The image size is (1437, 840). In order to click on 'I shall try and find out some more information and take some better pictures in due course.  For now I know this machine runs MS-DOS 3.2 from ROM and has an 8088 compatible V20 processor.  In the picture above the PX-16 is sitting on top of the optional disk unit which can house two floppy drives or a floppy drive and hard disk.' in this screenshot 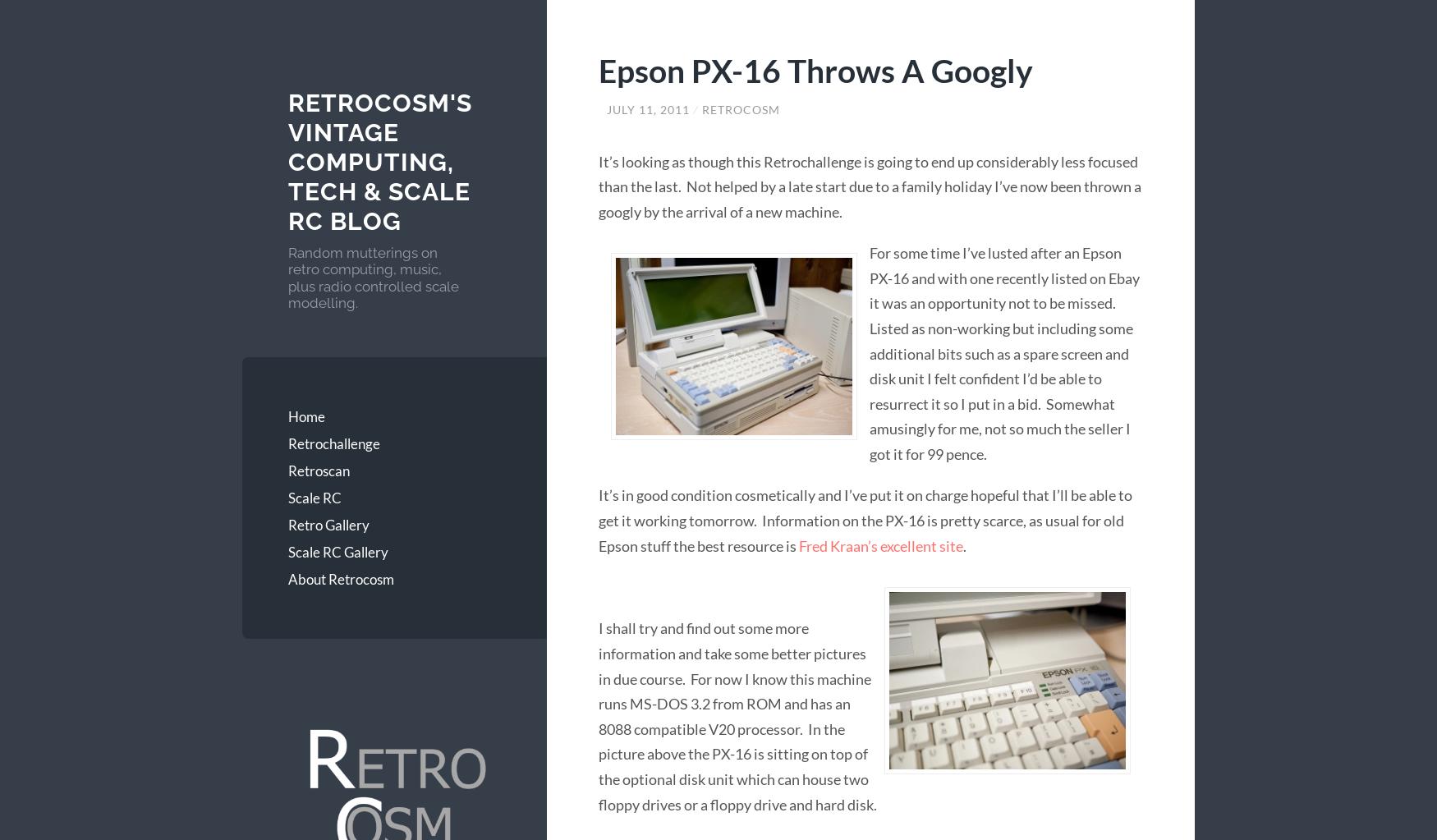, I will do `click(737, 716)`.